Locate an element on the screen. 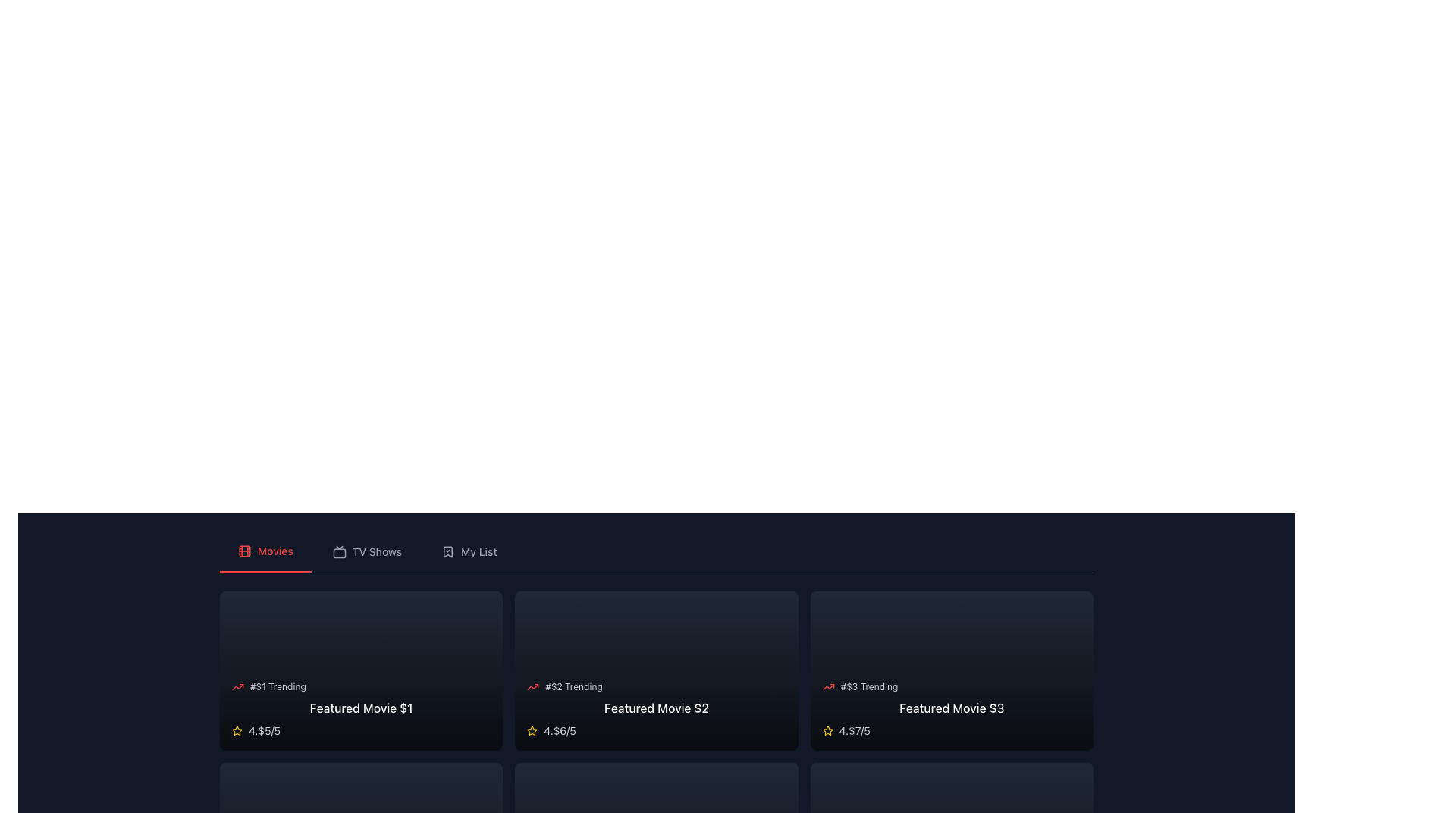 The height and width of the screenshot is (819, 1456). the star icon with yellow outlines located is located at coordinates (236, 730).